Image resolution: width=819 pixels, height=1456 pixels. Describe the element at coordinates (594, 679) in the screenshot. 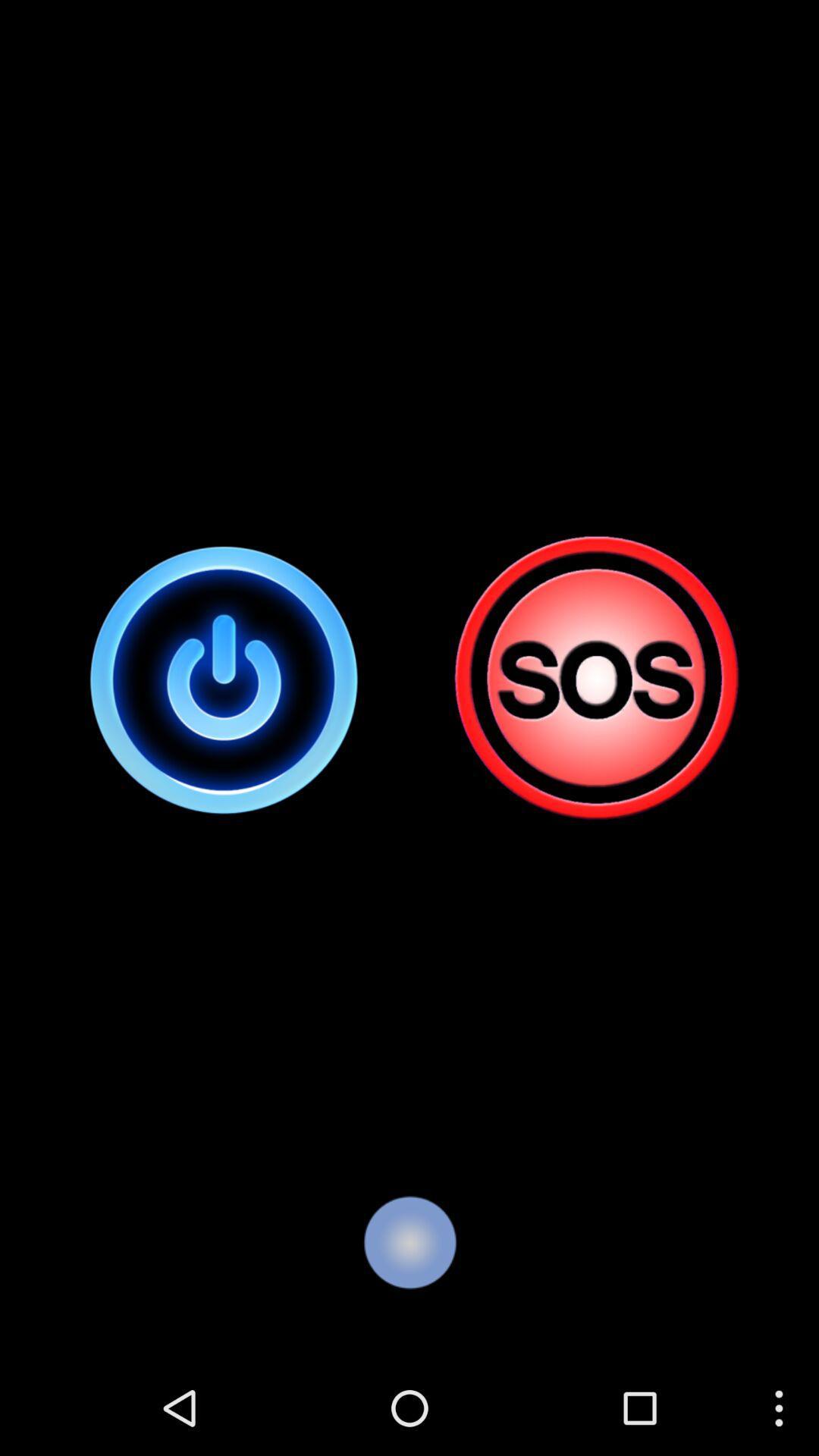

I see `button on the right` at that location.